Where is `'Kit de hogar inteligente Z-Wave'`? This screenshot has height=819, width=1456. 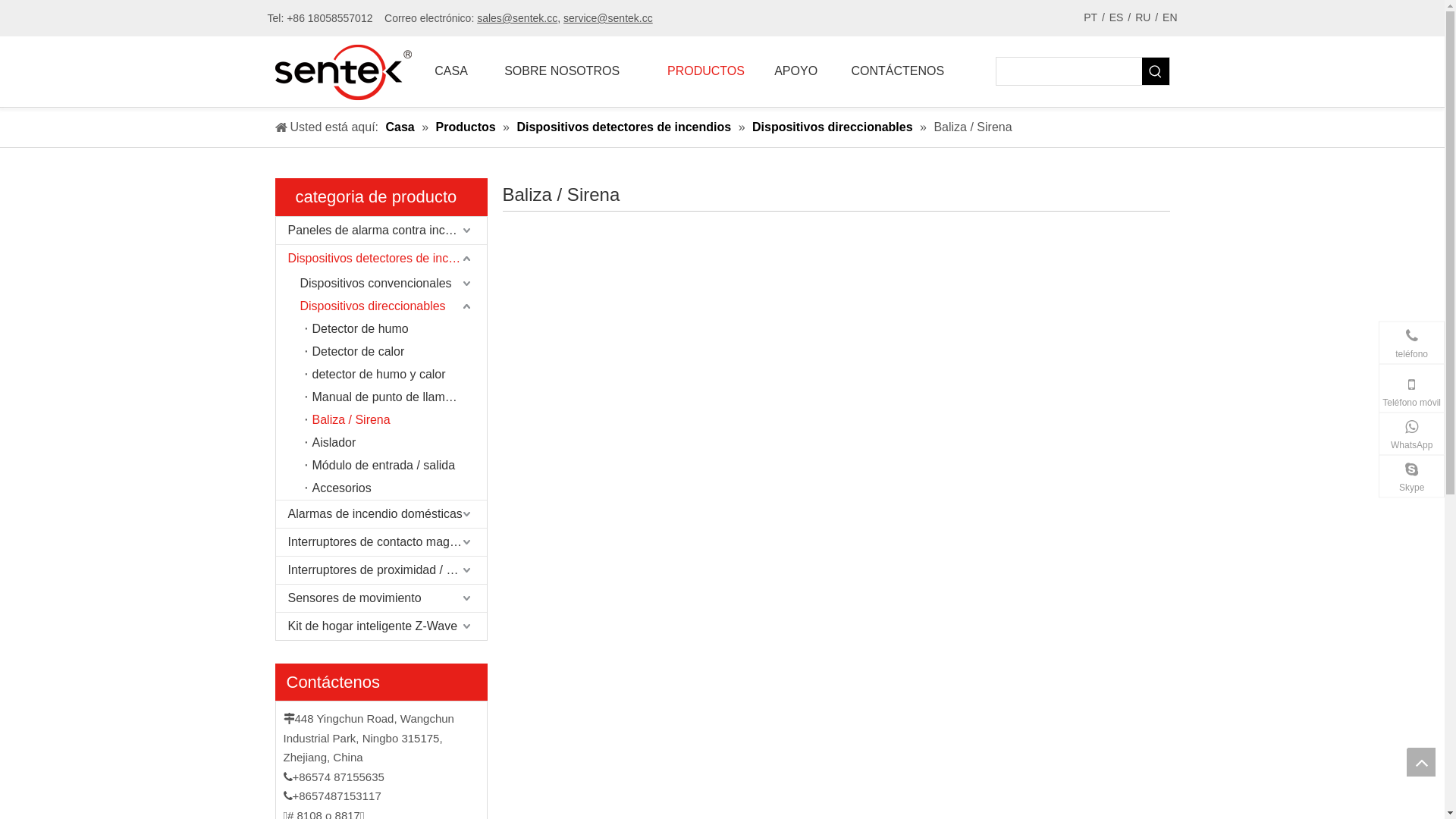 'Kit de hogar inteligente Z-Wave' is located at coordinates (381, 626).